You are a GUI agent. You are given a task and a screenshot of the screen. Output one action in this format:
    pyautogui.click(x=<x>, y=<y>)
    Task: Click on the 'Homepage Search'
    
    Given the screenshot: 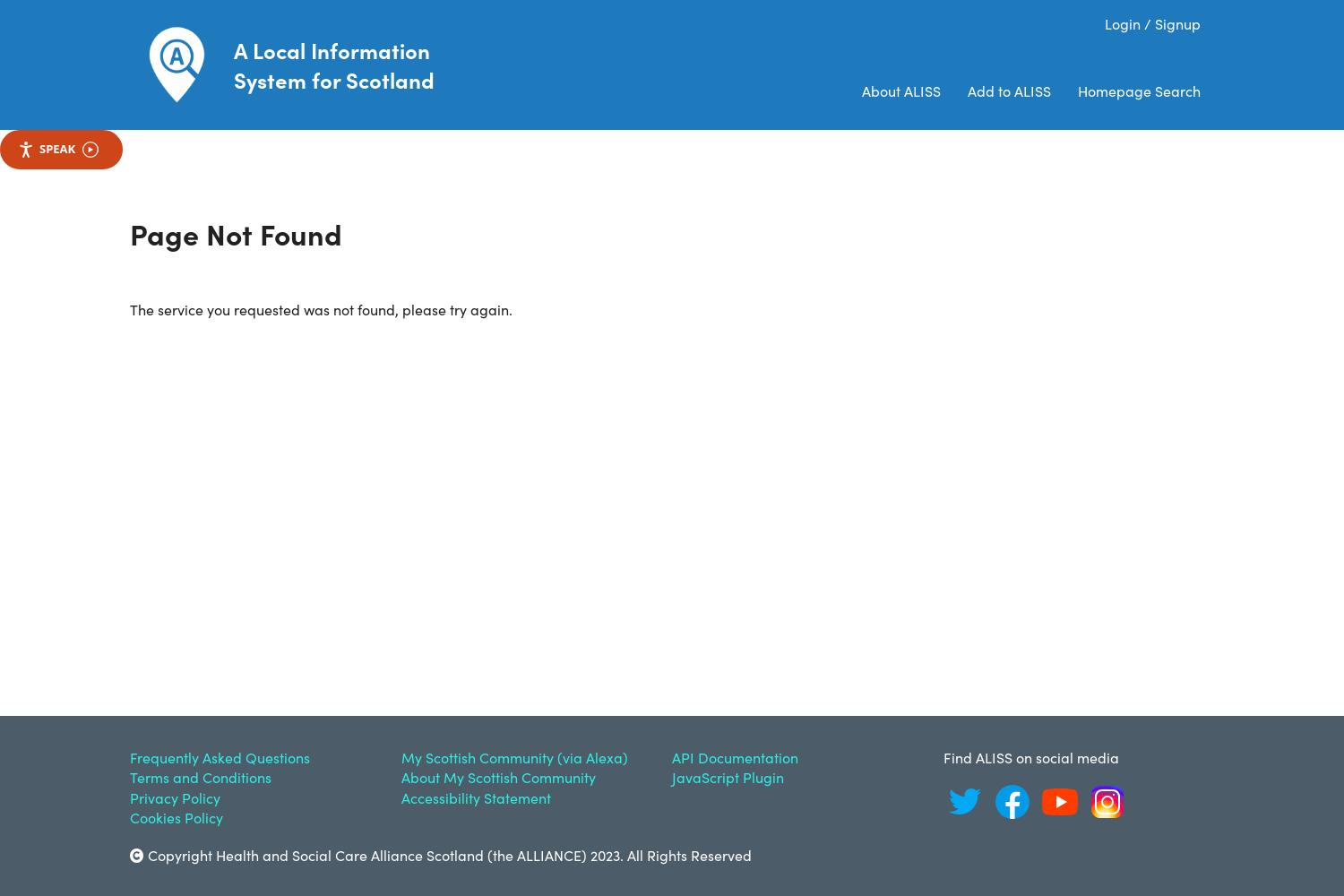 What is the action you would take?
    pyautogui.click(x=1077, y=90)
    